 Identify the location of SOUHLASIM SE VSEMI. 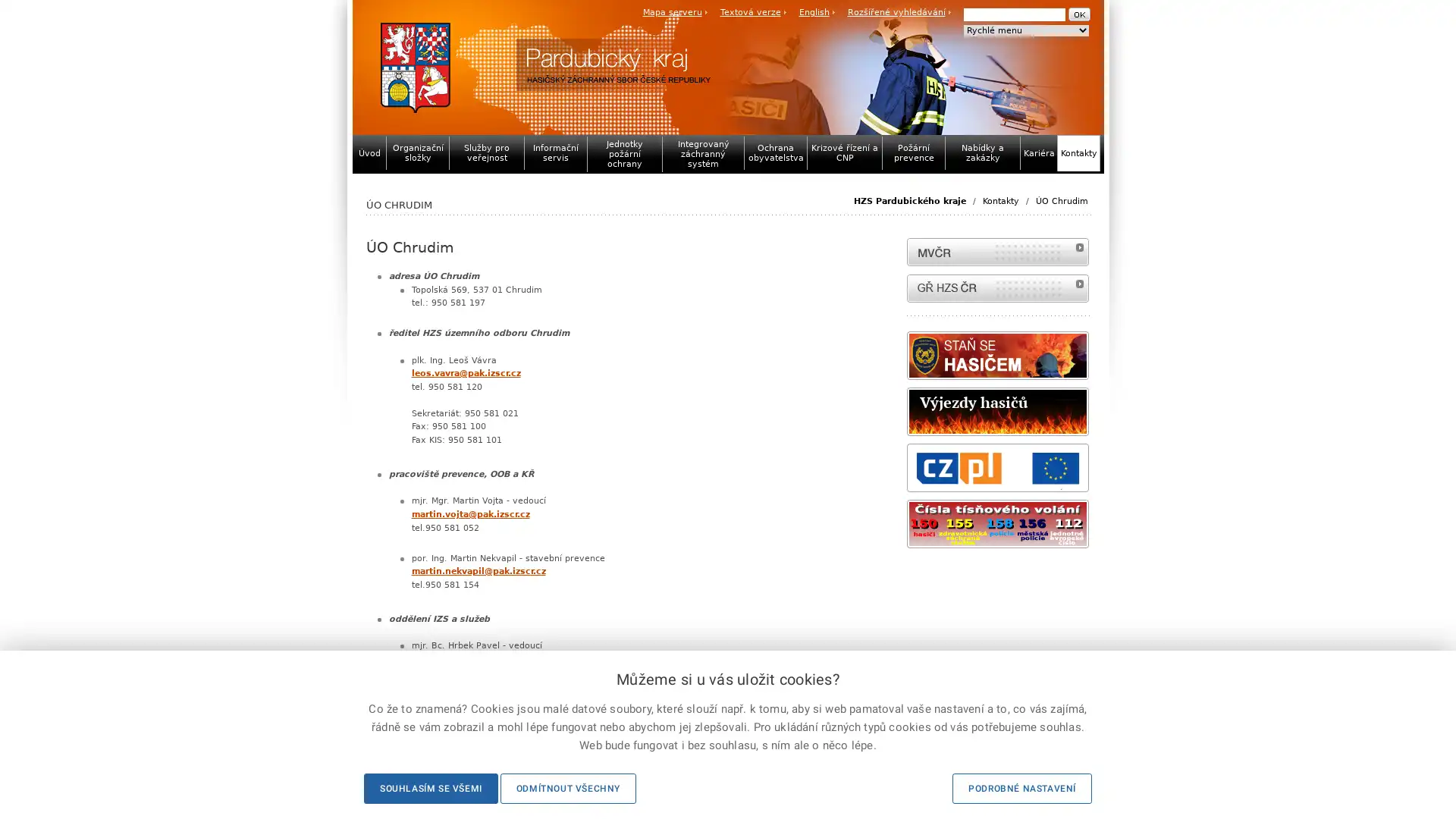
(429, 788).